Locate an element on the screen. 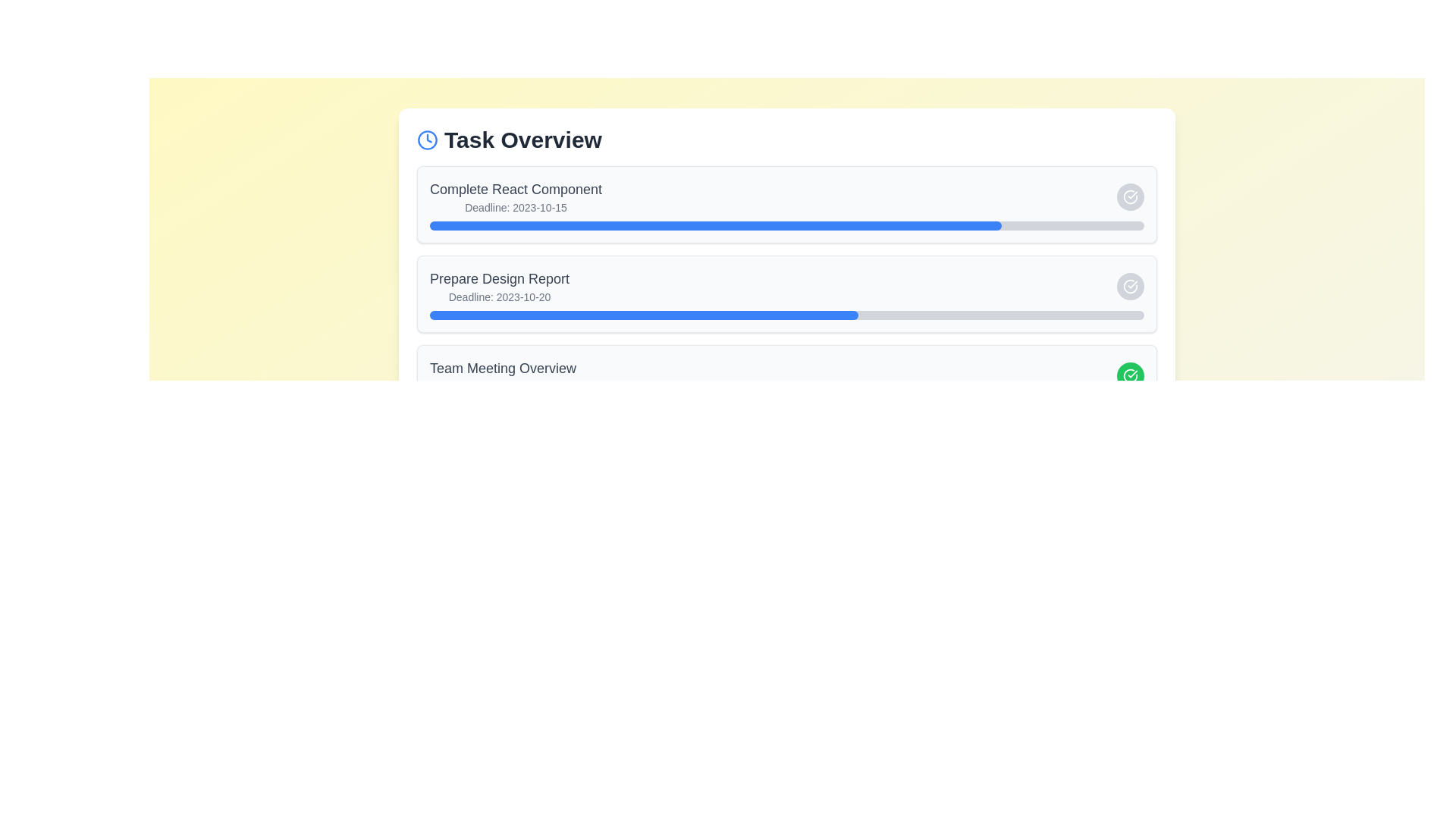 The image size is (1456, 819). the upper-left segment of the circular checkmark icon at the end of the 'Prepare Design Report' progress bar is located at coordinates (1131, 196).